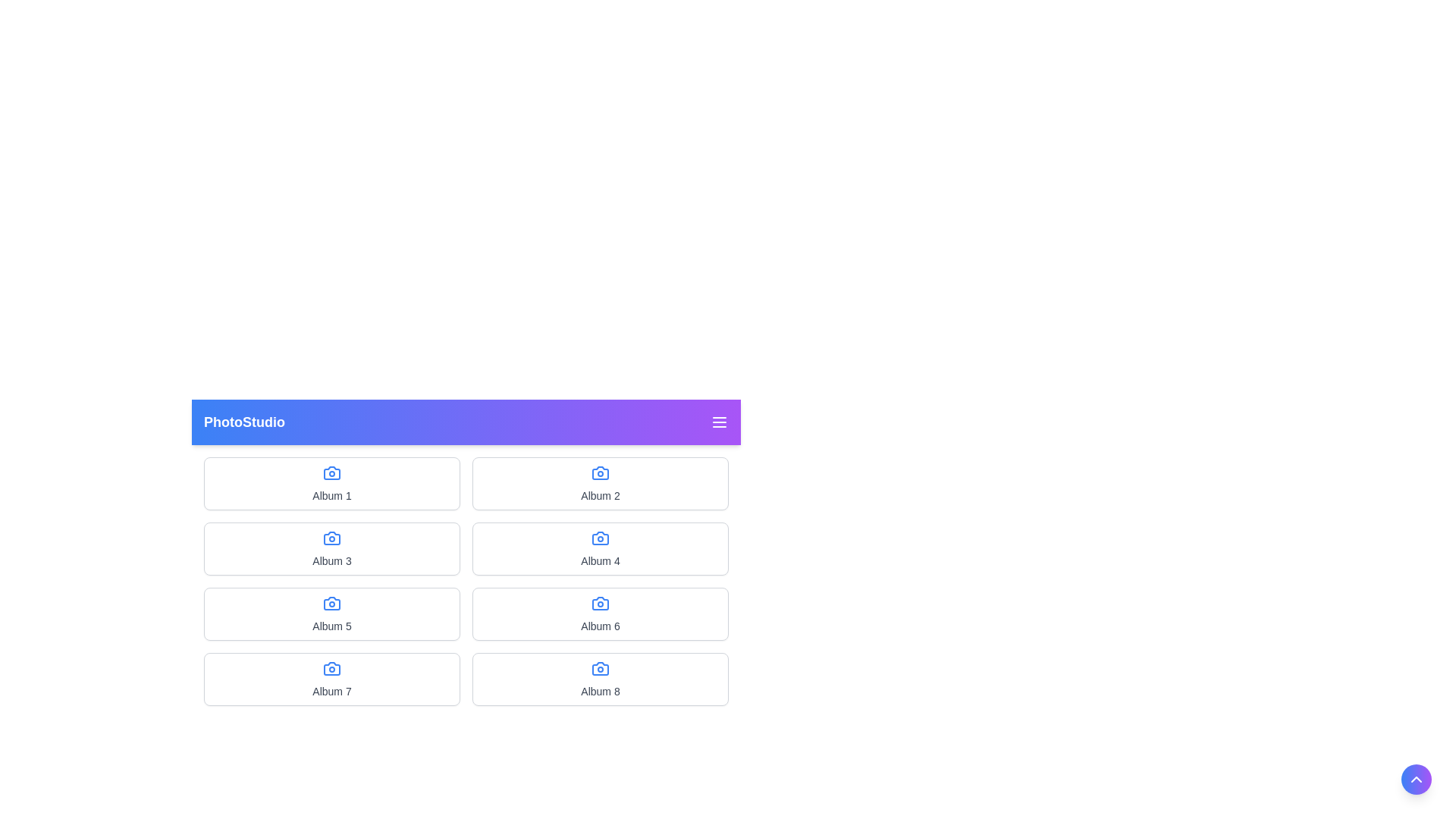 This screenshot has width=1456, height=819. I want to click on the album preview card representing 'Album 8' in the grid layout, so click(600, 678).